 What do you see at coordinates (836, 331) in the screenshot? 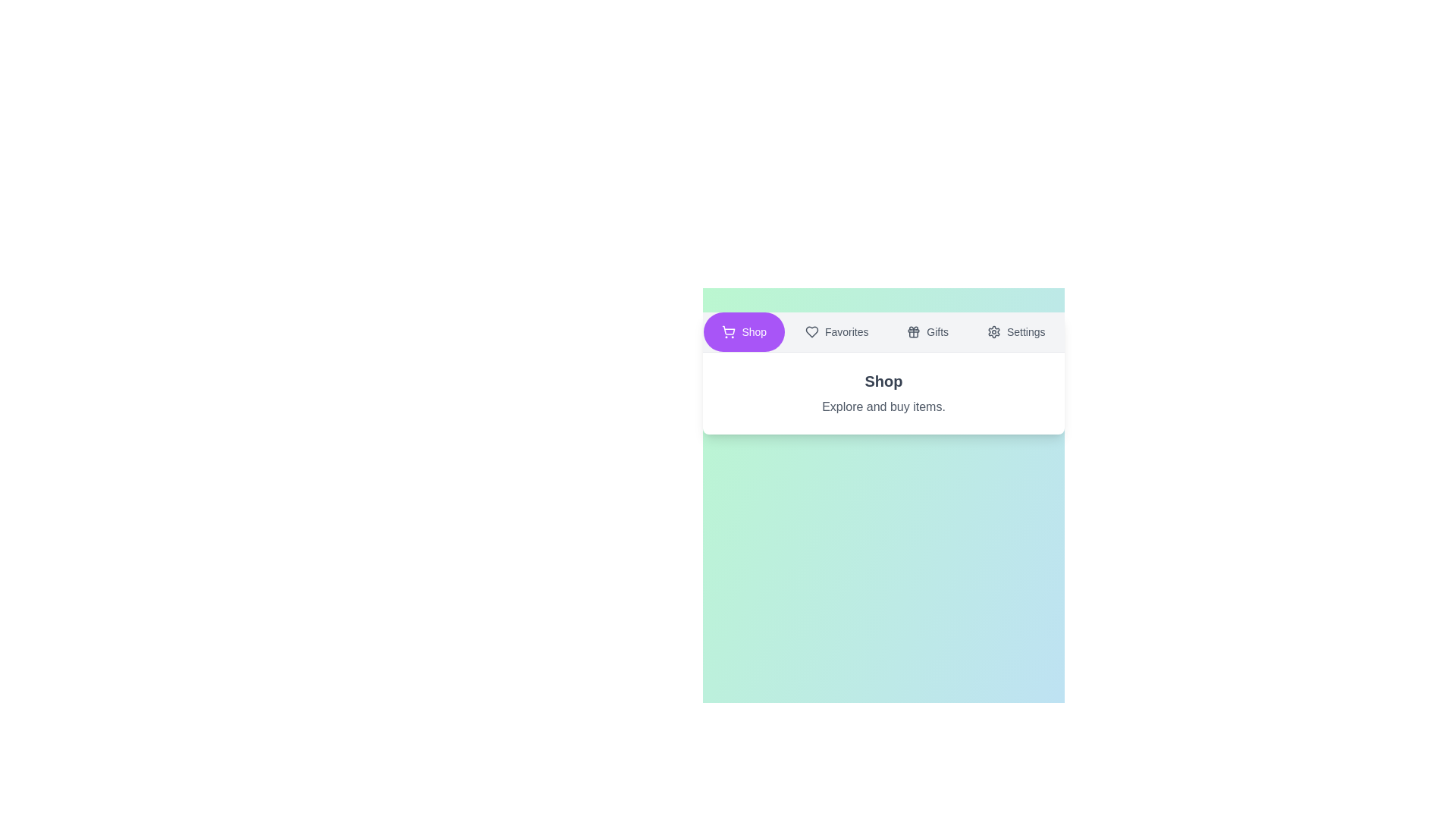
I see `the button labeled Favorites` at bounding box center [836, 331].